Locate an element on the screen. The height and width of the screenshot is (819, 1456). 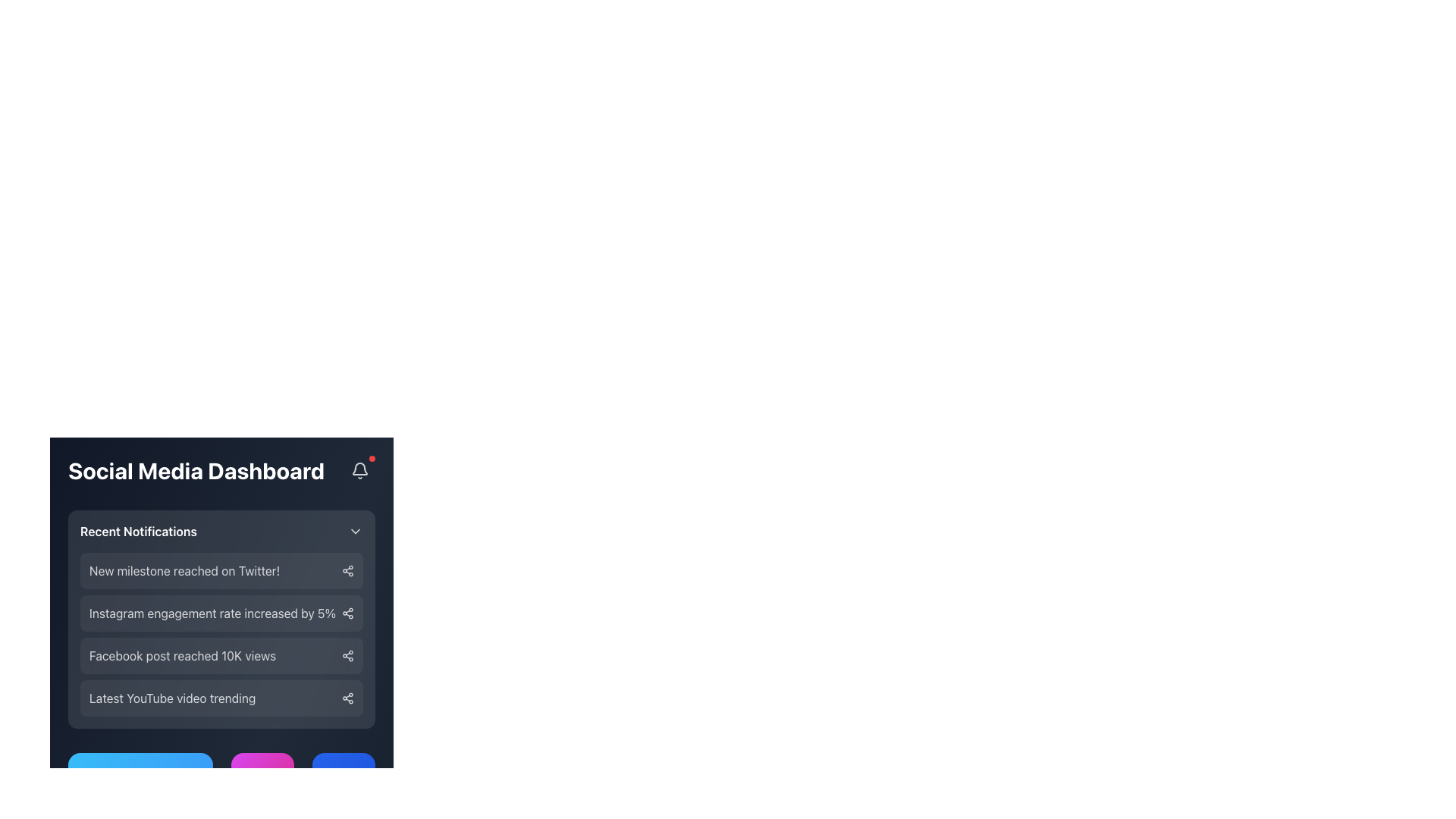
the second notification item in the 'Recent Notifications' section that displays a social media notification update is located at coordinates (221, 593).